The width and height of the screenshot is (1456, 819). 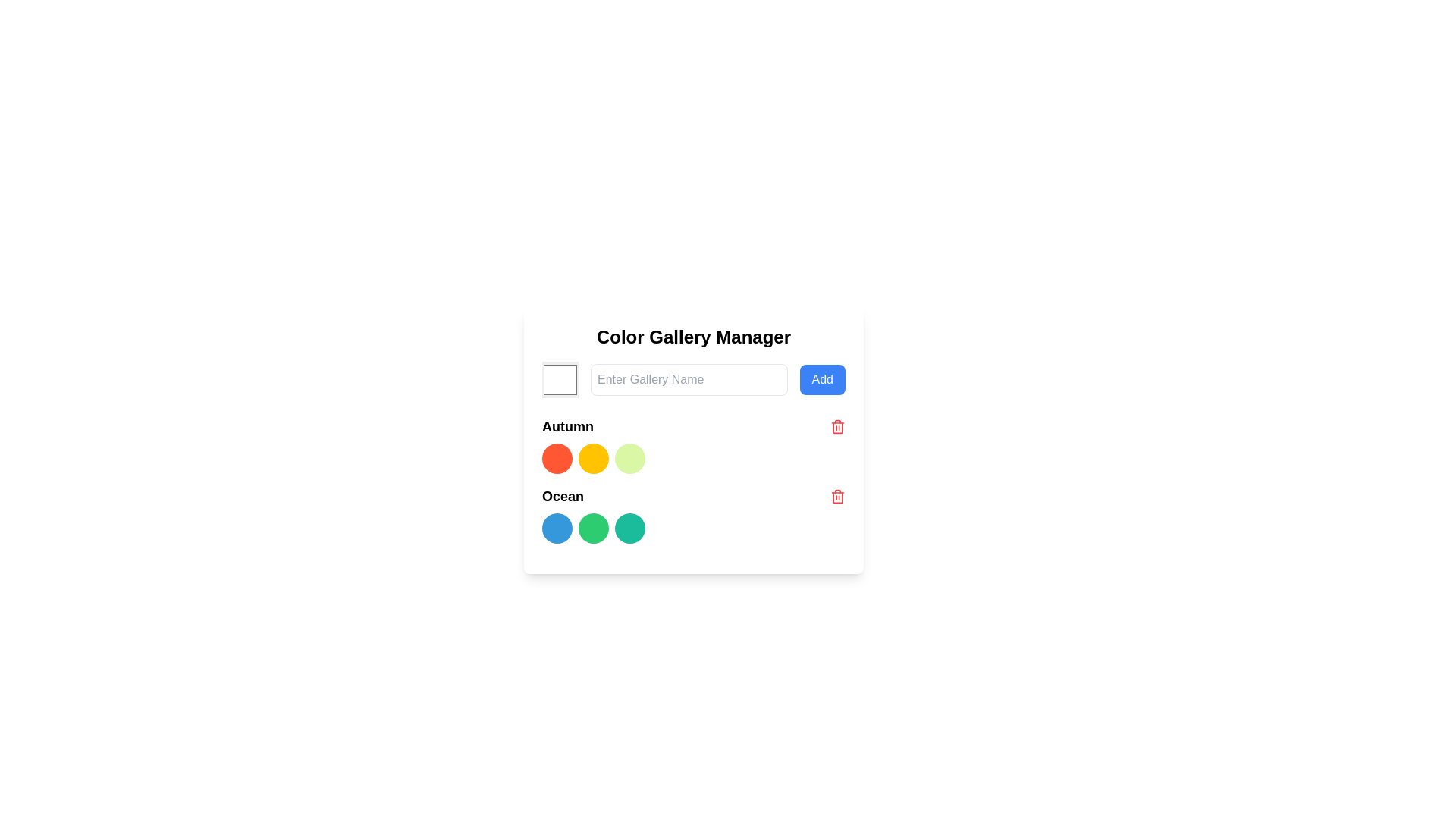 What do you see at coordinates (592, 458) in the screenshot?
I see `the second circular color indicator in the Autumn section, which visually represents a color option or category` at bounding box center [592, 458].